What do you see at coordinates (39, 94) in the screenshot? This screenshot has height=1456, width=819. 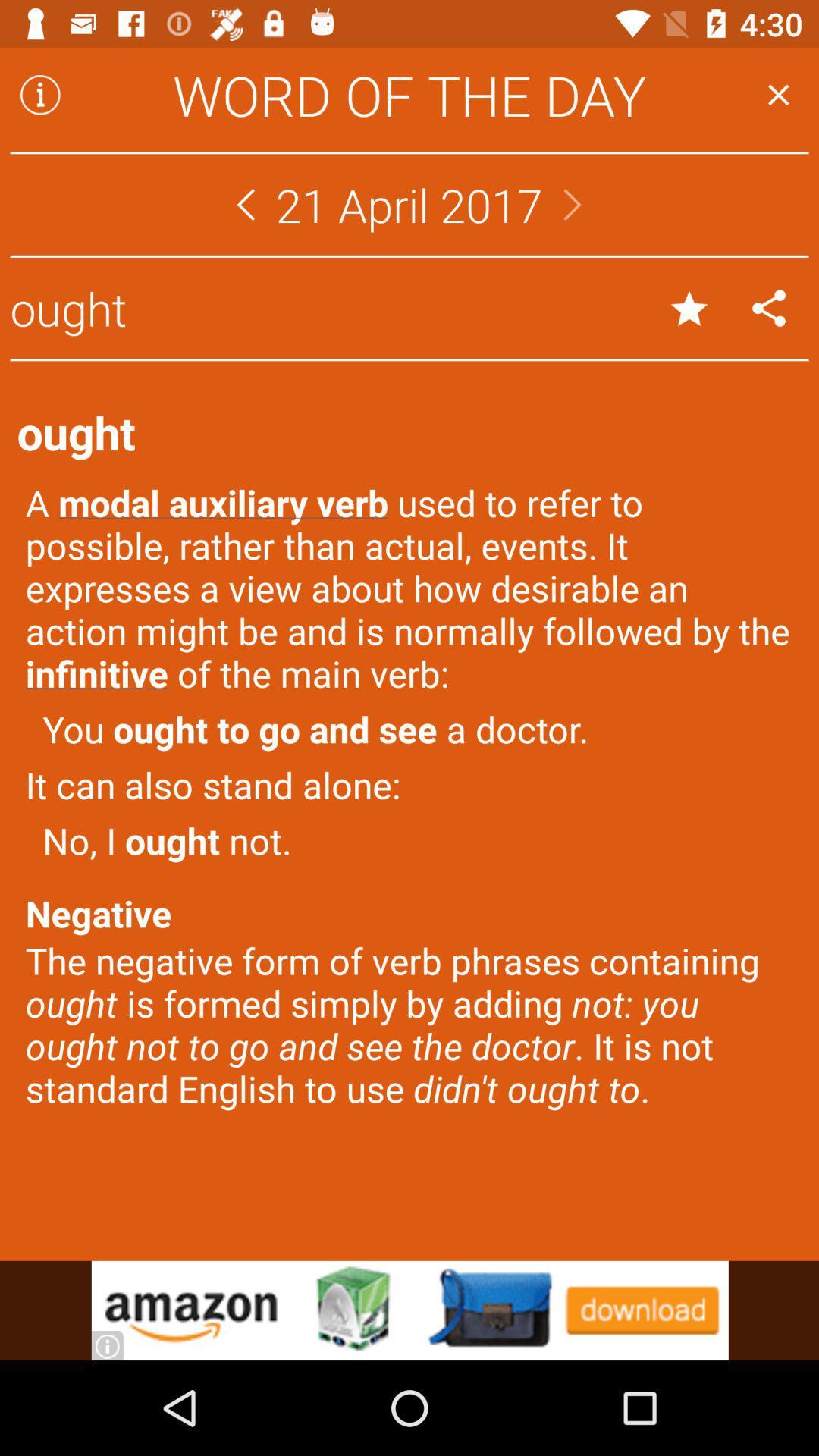 I see `more information` at bounding box center [39, 94].